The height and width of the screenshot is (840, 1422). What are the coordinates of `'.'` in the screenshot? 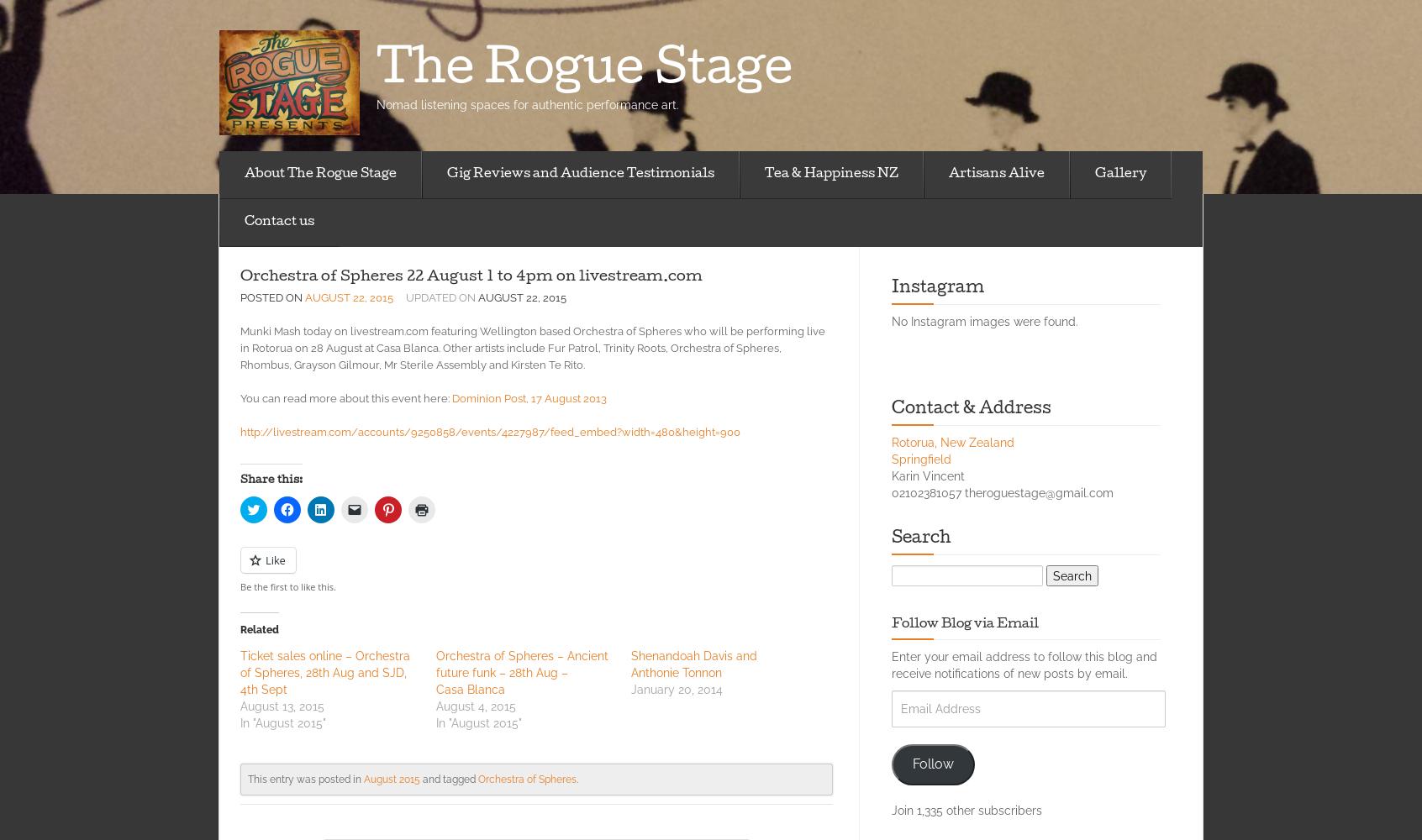 It's located at (577, 779).